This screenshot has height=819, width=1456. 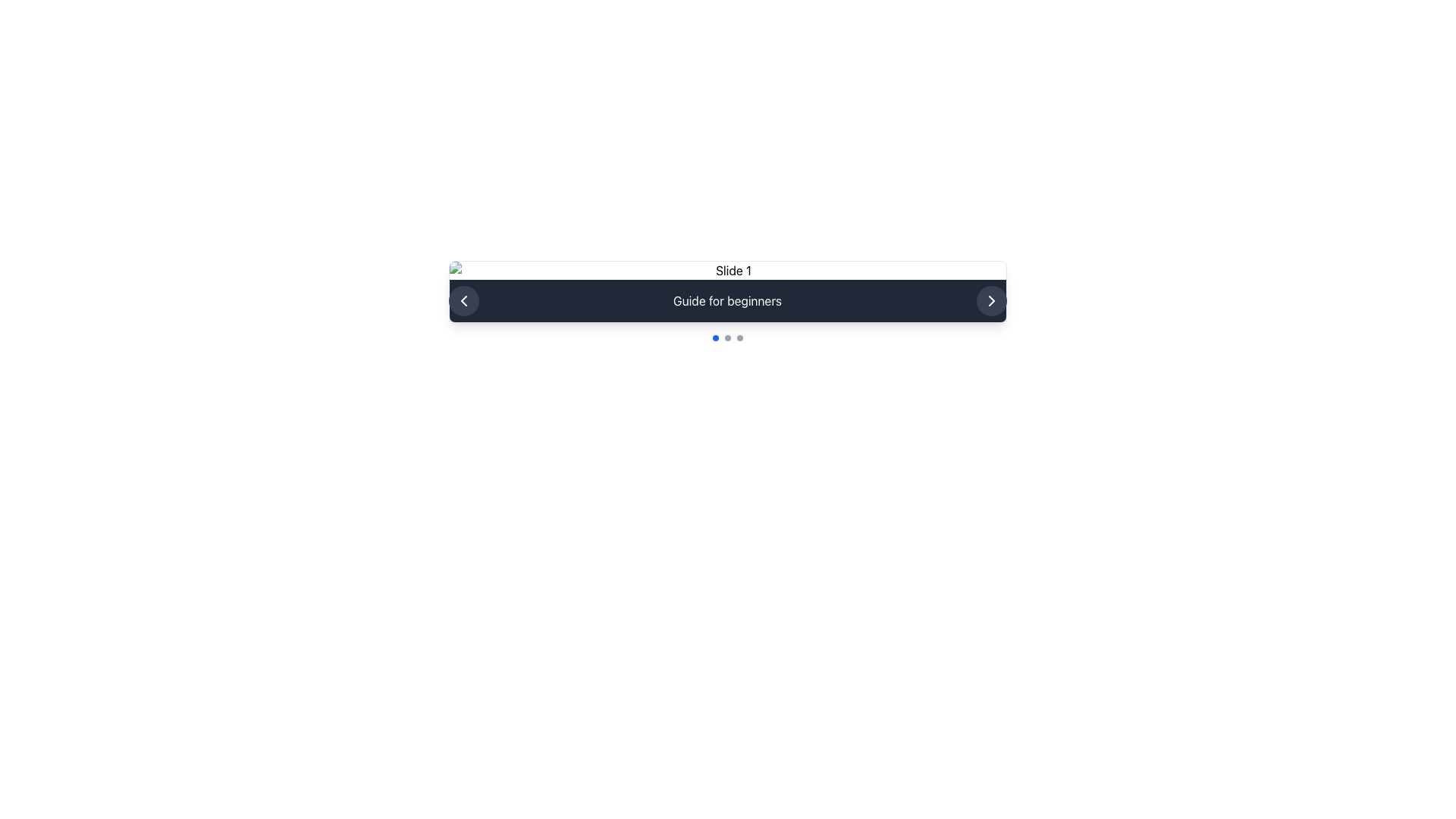 I want to click on the circular gray button with a white left-facing chevron icon, so click(x=463, y=301).